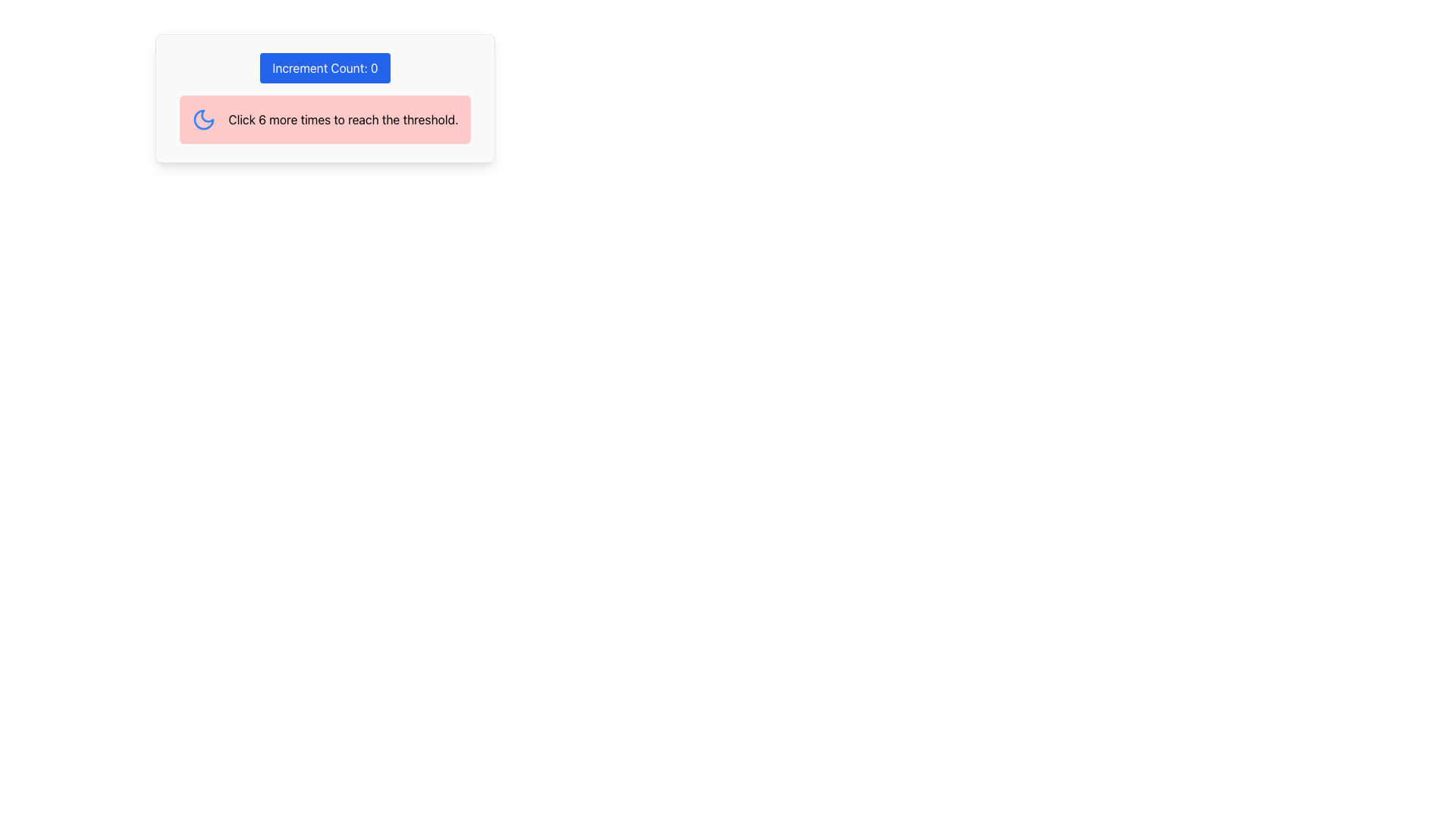  What do you see at coordinates (324, 119) in the screenshot?
I see `the Textual Status Indicator with a light pink background that contains the text 'Click 6 more times to reach the threshold.' and a blue moon icon, located below the 'Increment Count: 0' button` at bounding box center [324, 119].